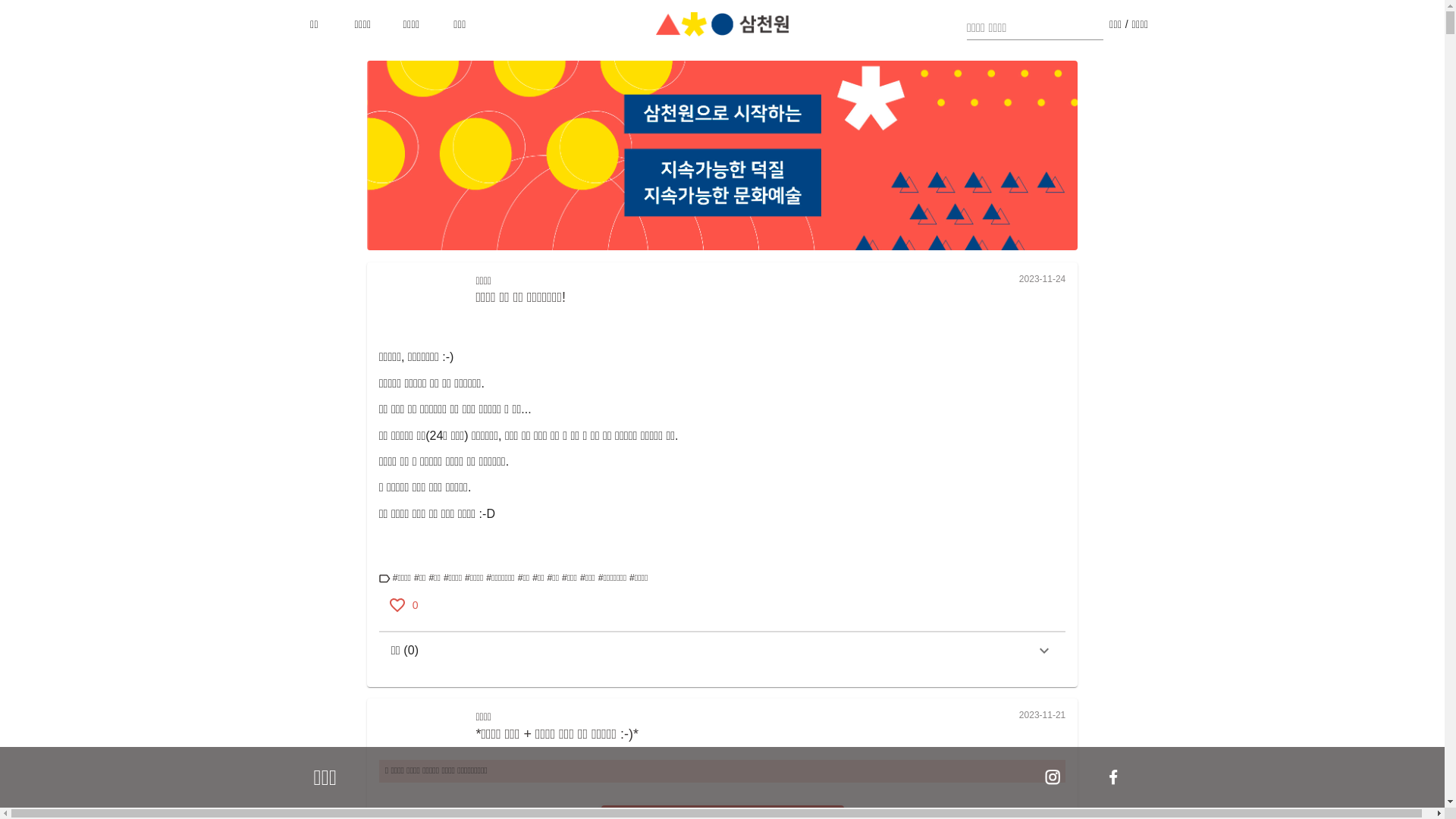 This screenshot has height=819, width=1456. I want to click on '0', so click(403, 604).